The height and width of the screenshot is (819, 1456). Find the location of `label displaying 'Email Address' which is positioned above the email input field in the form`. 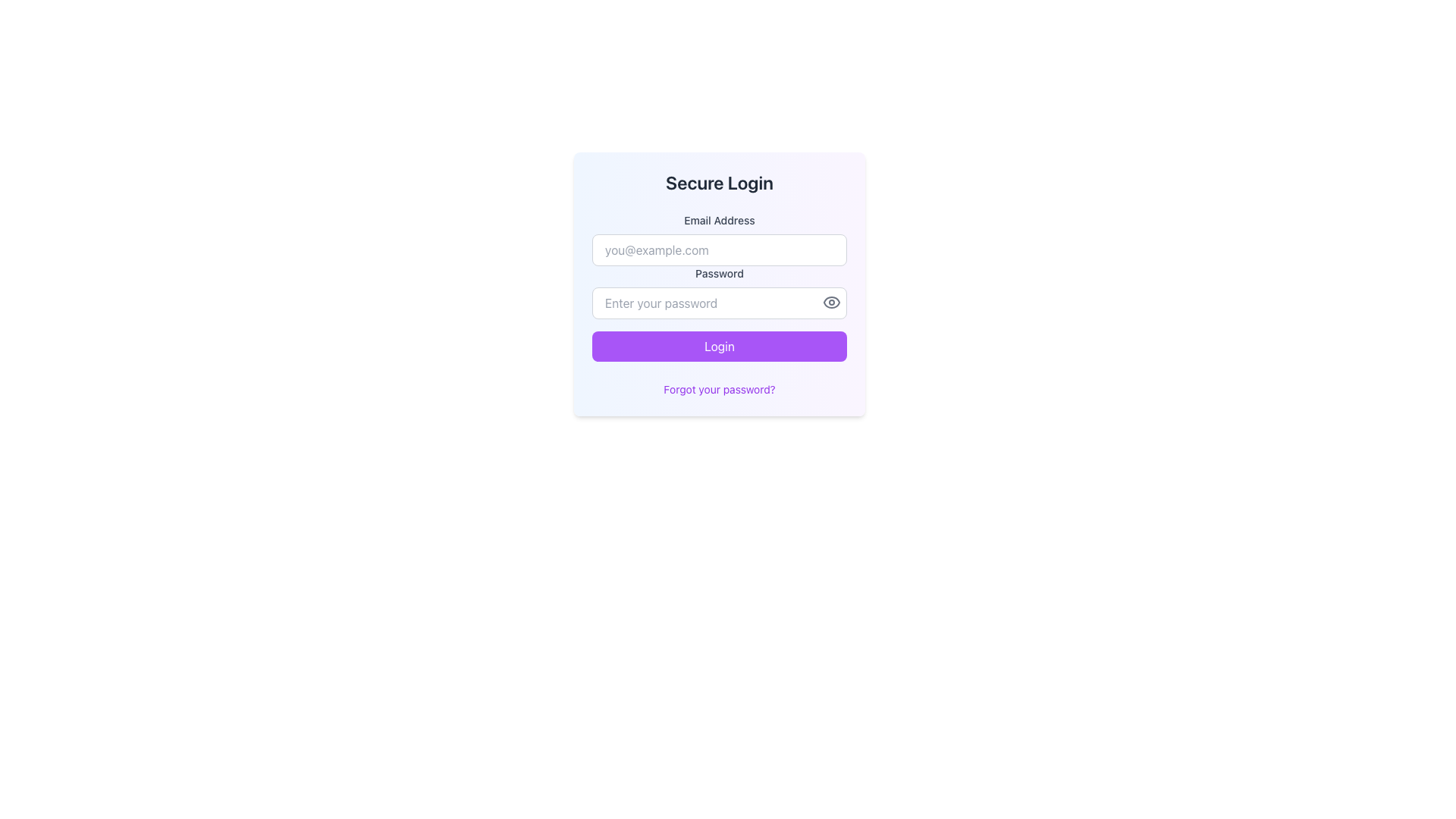

label displaying 'Email Address' which is positioned above the email input field in the form is located at coordinates (719, 220).